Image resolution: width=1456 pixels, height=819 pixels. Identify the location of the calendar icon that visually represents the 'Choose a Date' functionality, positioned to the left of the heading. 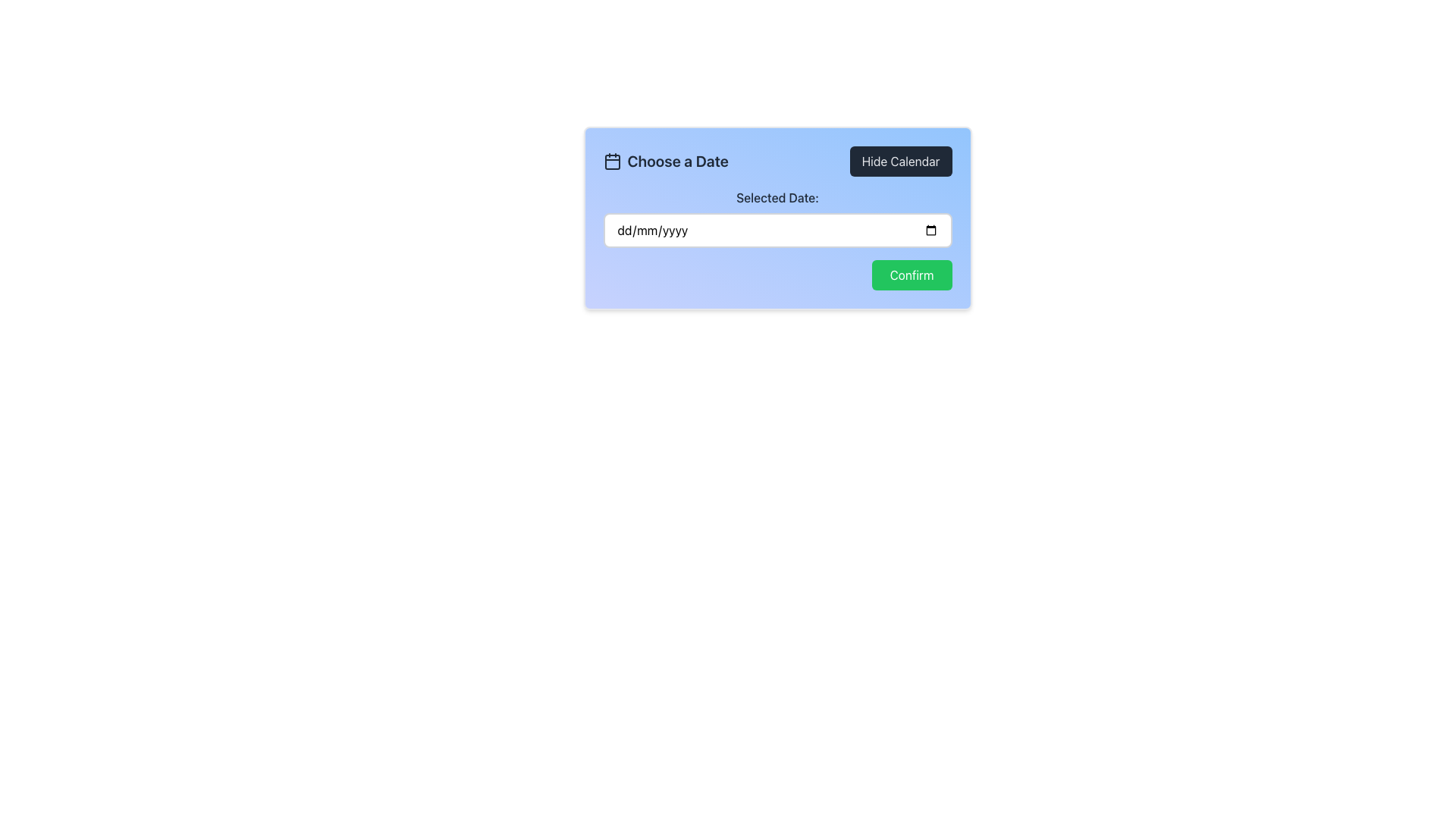
(612, 161).